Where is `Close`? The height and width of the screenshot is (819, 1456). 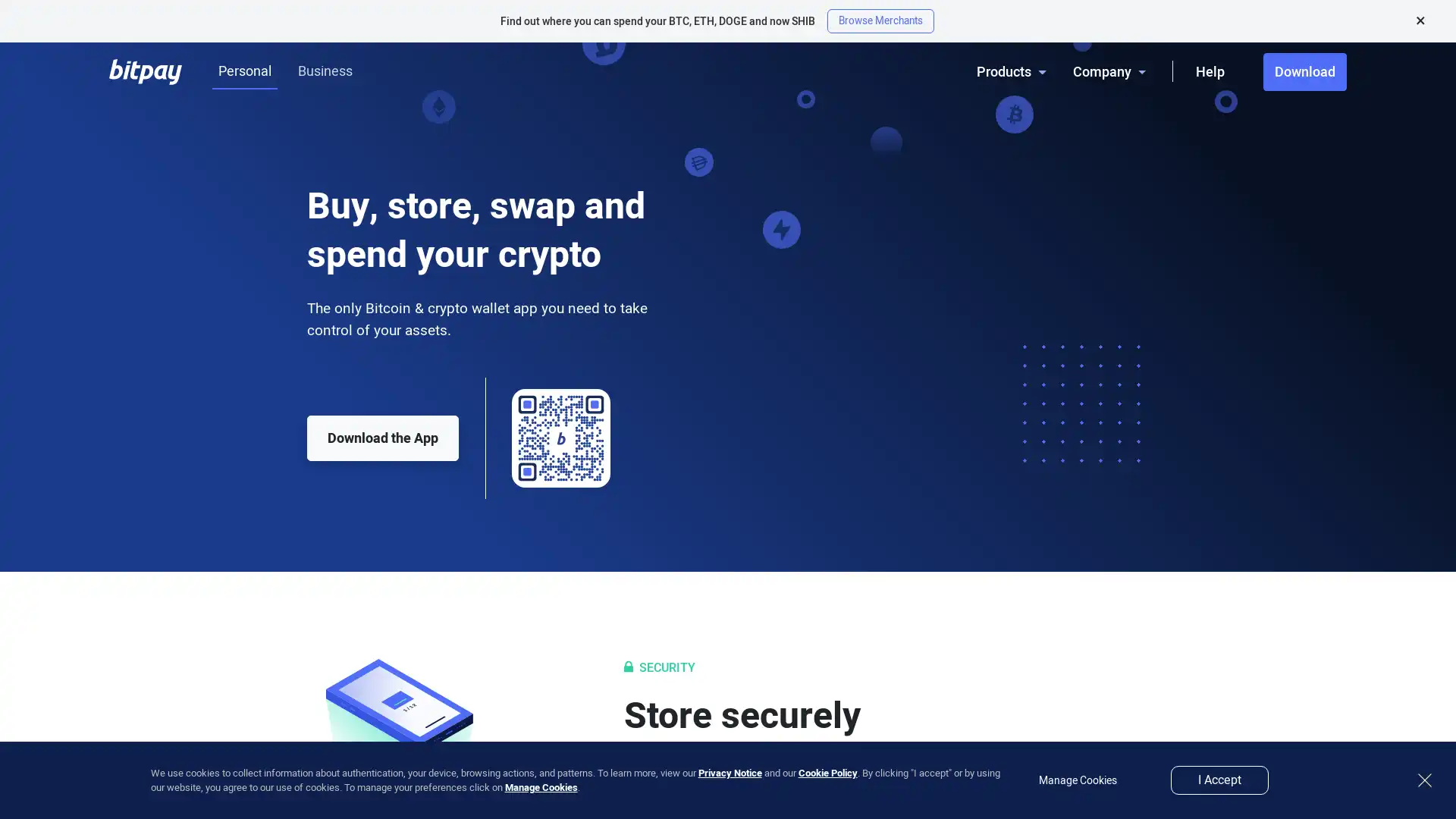 Close is located at coordinates (1420, 20).